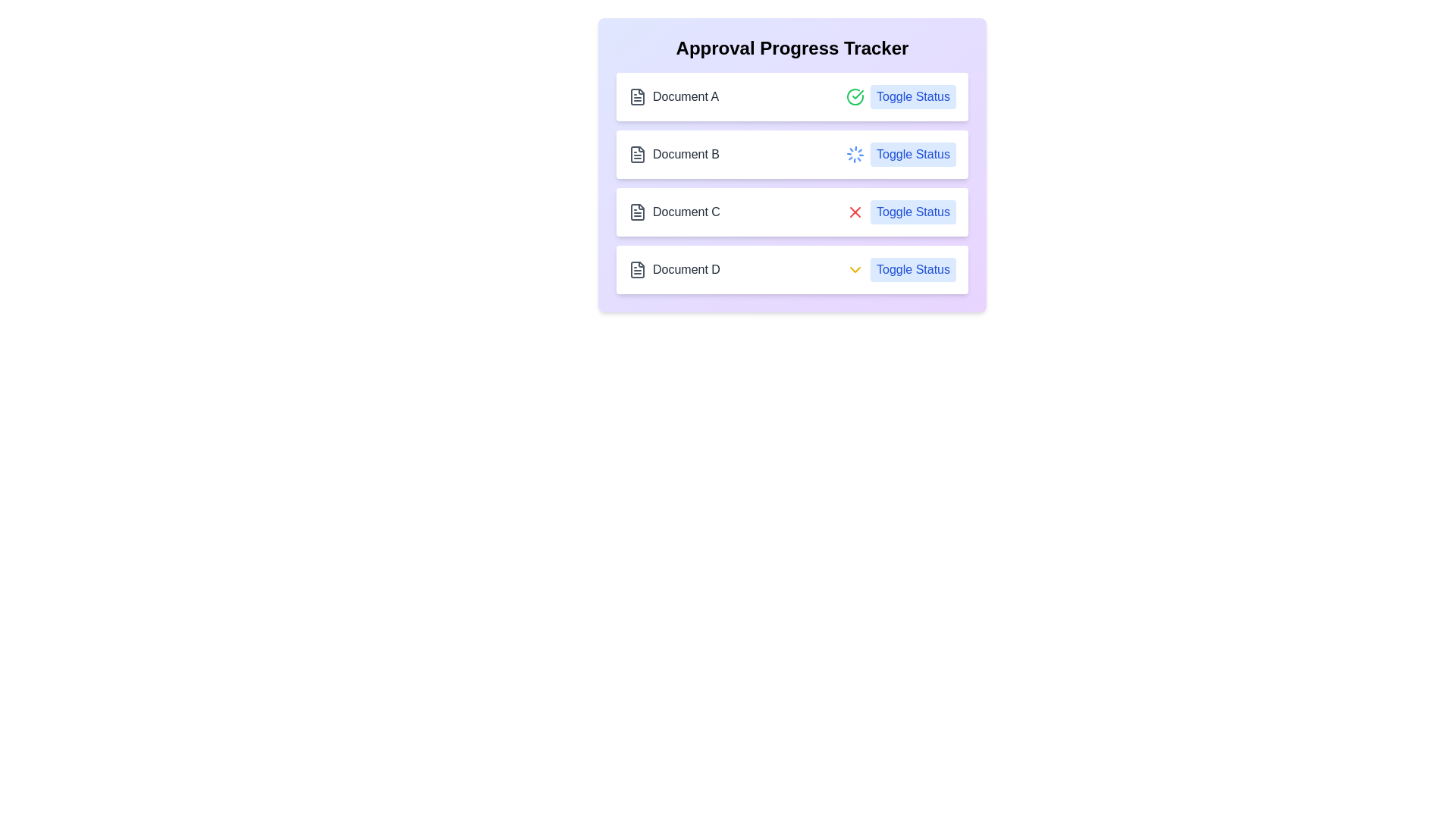 This screenshot has width=1456, height=819. I want to click on the 'Toggle Status' button, which is a rectangular button with a blue background and rounded corners, located at the bottom right of the last row adjacent to 'Document D', so click(912, 268).